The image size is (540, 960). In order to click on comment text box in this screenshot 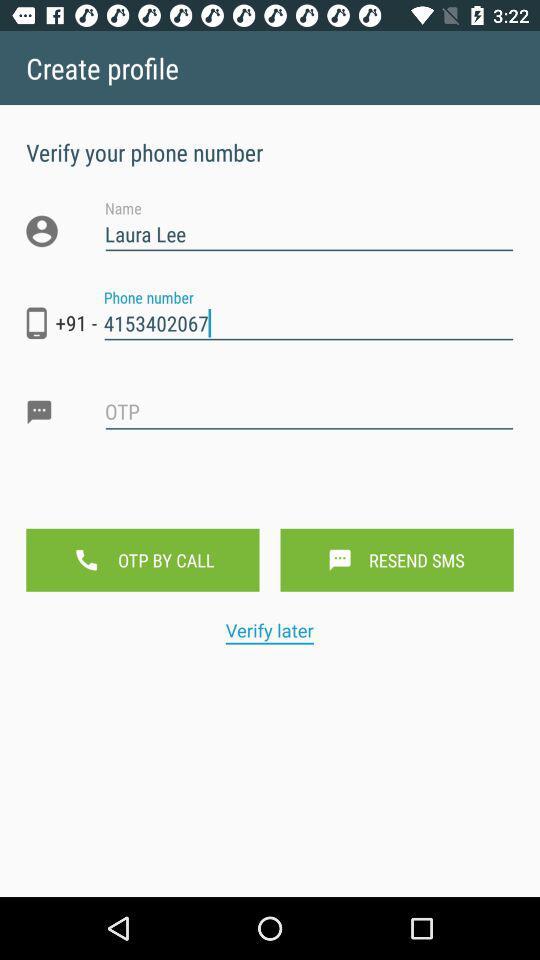, I will do `click(309, 428)`.